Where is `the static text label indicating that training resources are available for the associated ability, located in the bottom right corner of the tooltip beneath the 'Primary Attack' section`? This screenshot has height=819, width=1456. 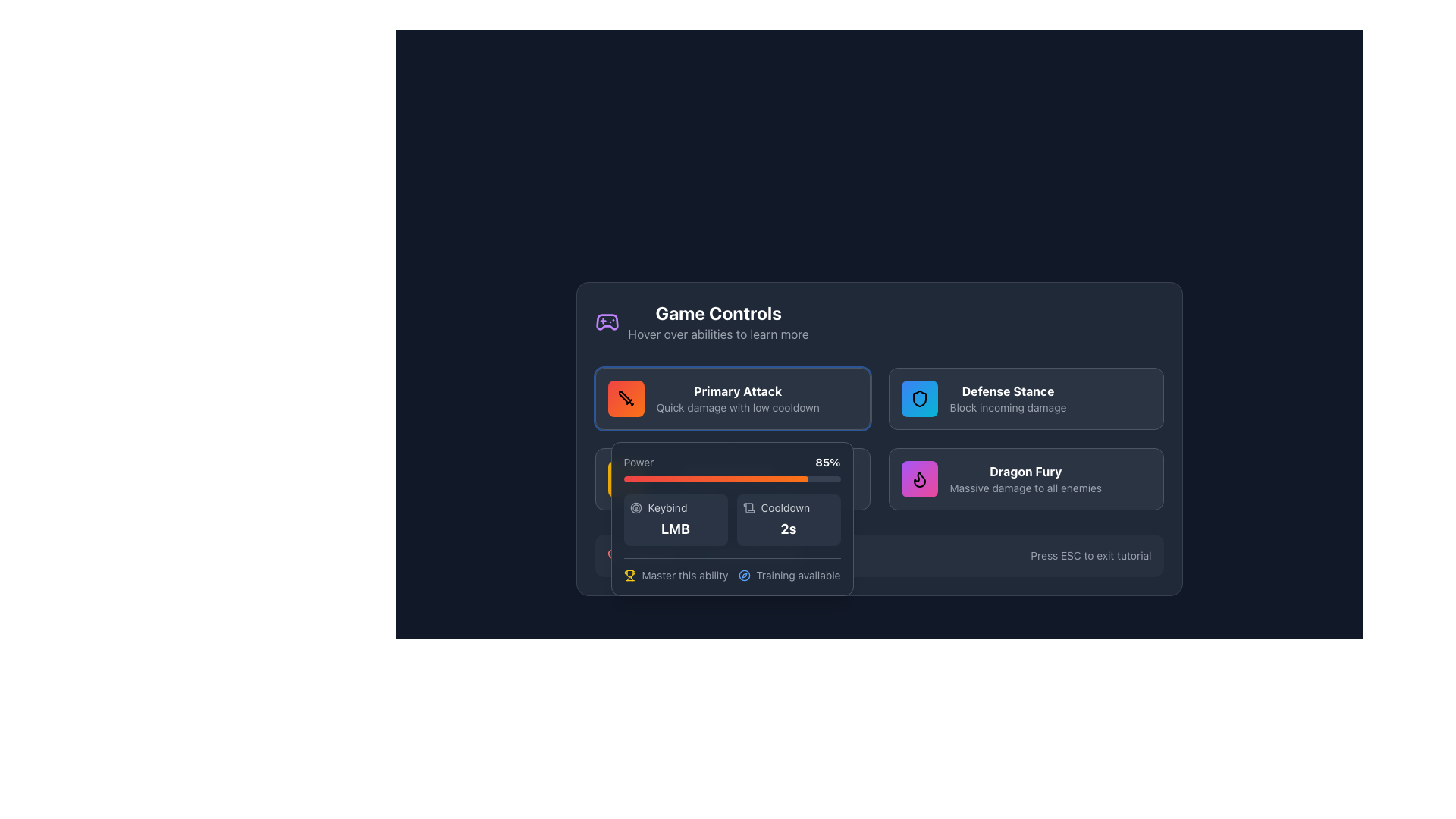 the static text label indicating that training resources are available for the associated ability, located in the bottom right corner of the tooltip beneath the 'Primary Attack' section is located at coordinates (798, 576).